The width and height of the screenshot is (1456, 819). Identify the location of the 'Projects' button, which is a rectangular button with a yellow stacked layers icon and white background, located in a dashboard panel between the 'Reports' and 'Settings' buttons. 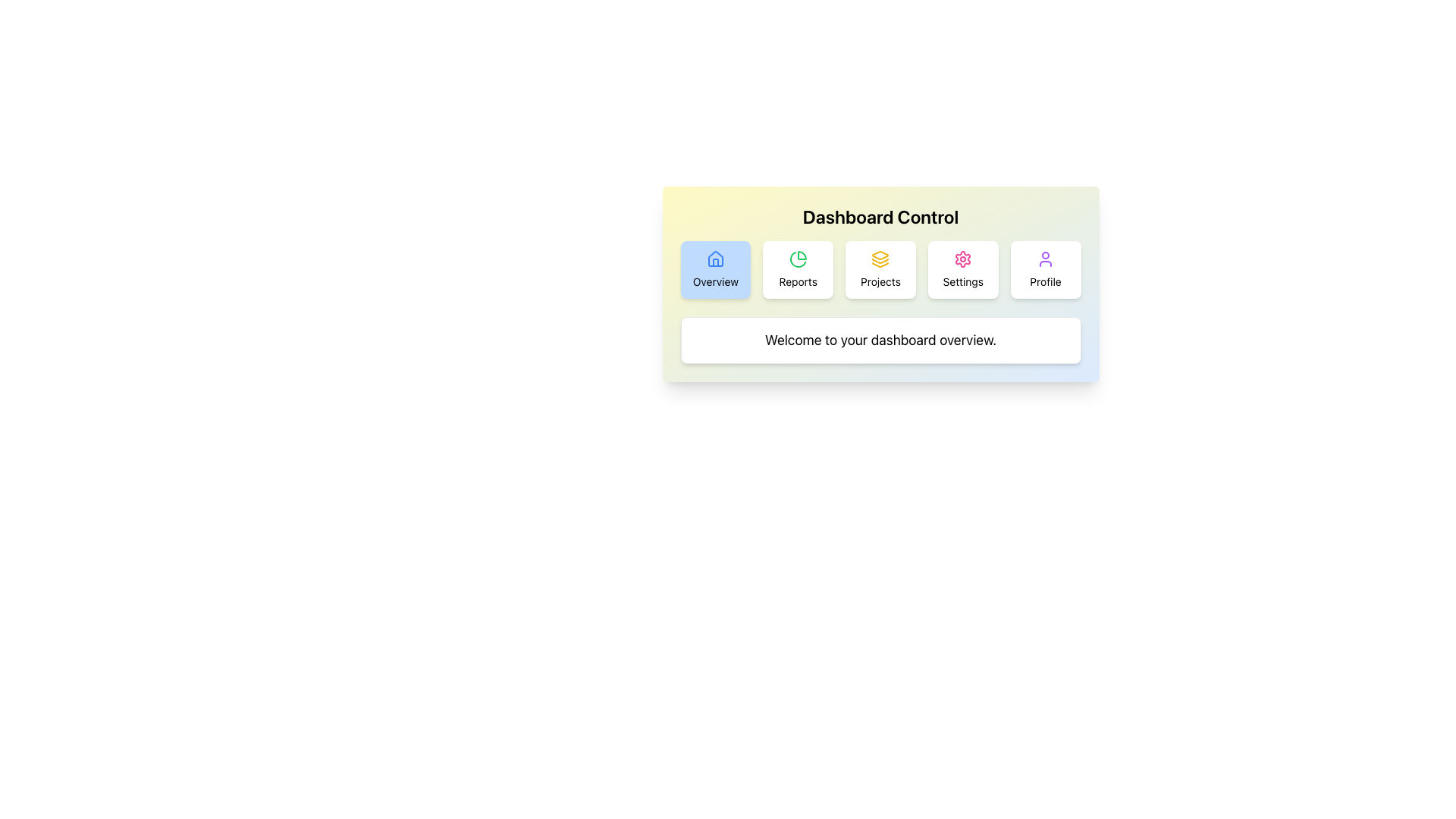
(880, 268).